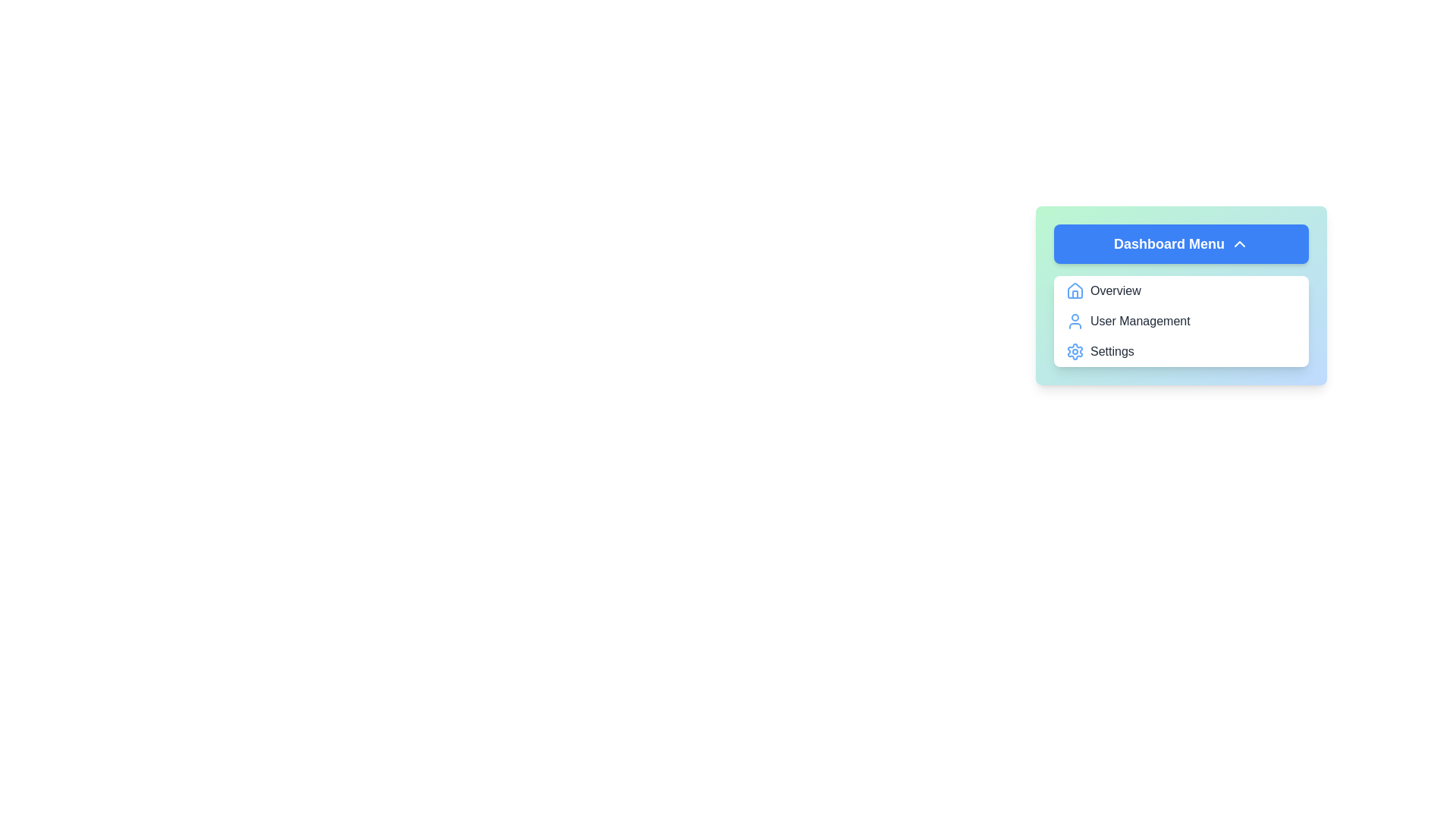  What do you see at coordinates (1074, 321) in the screenshot?
I see `the icon associated with User Management` at bounding box center [1074, 321].